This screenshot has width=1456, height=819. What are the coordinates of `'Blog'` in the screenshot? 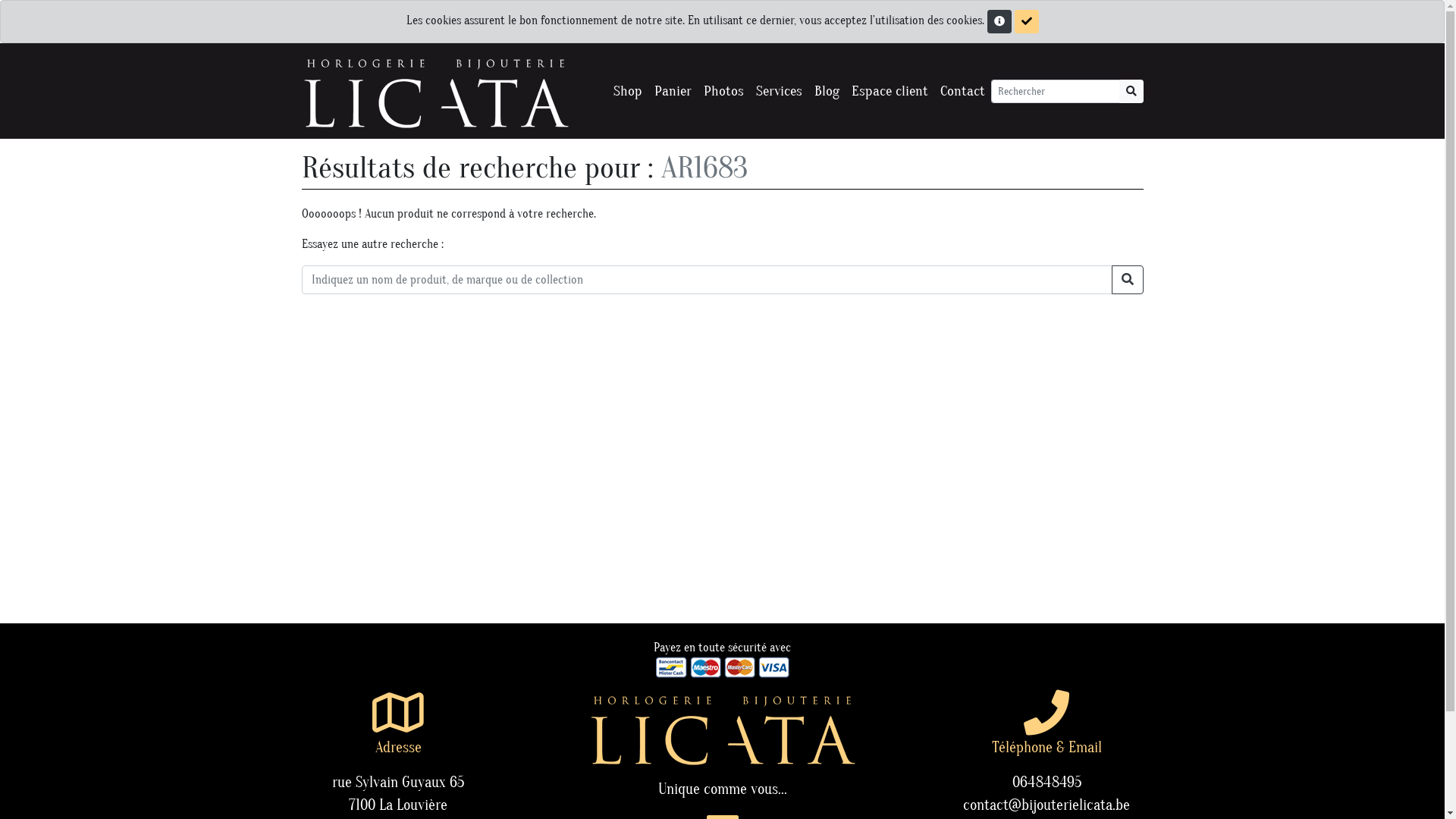 It's located at (826, 91).